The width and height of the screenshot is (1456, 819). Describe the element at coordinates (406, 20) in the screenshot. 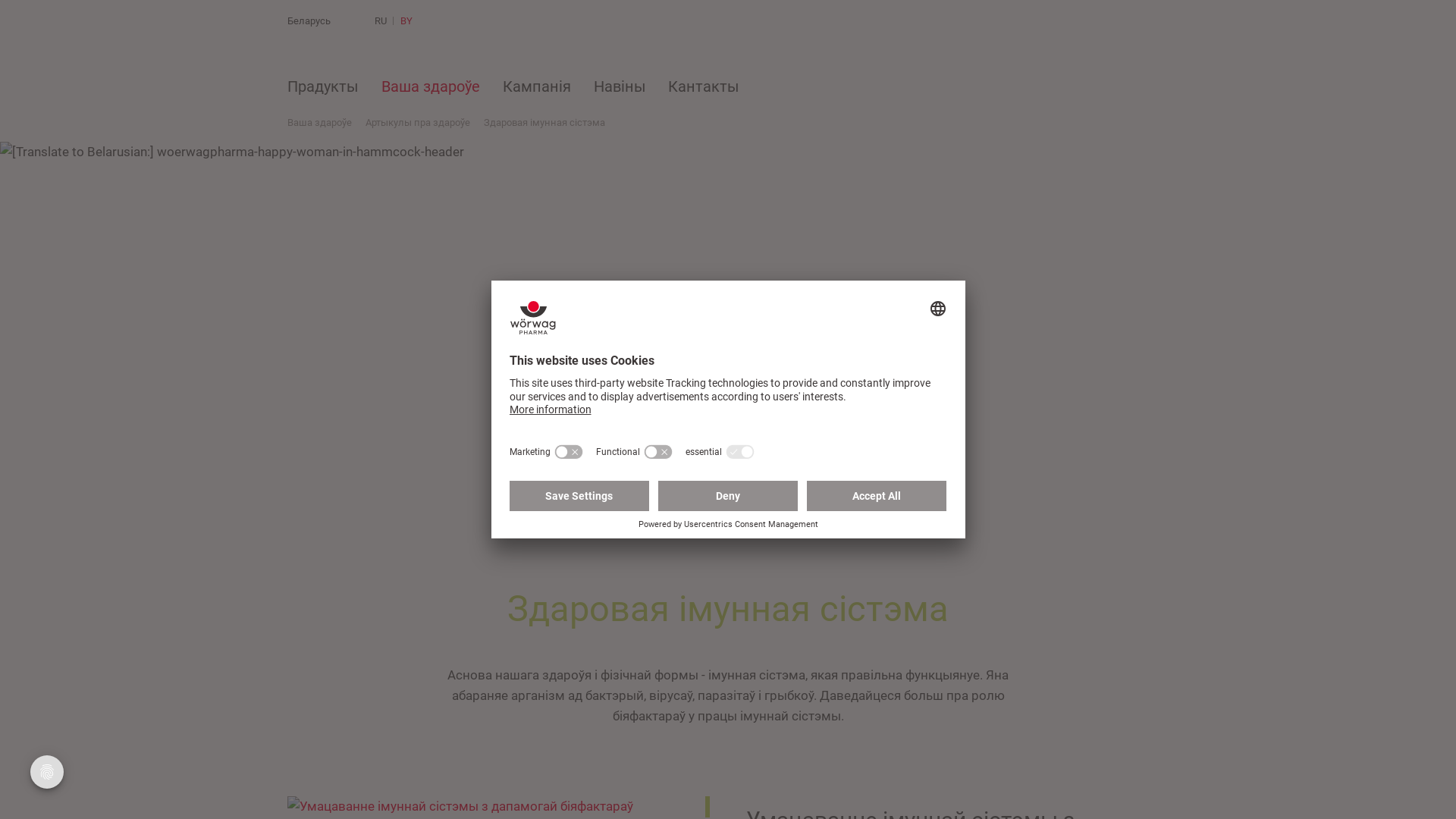

I see `'BY'` at that location.